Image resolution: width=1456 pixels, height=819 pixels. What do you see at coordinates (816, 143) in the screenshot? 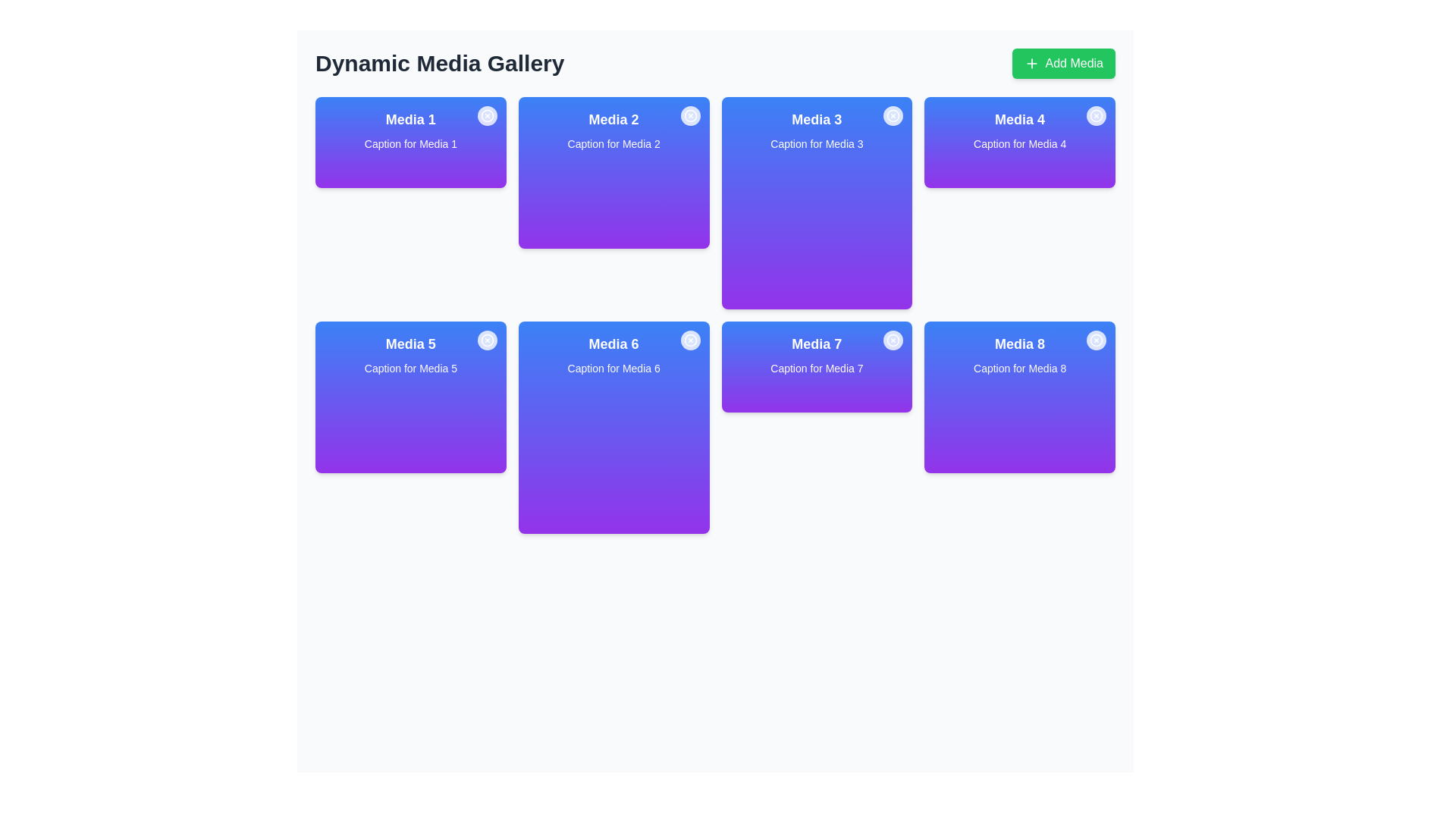
I see `the text label that reads 'Caption for Media 3', which is styled with a small font size and white text color, located at the bottom of the Media 3 card, directly below the 'Media 3' title text` at bounding box center [816, 143].